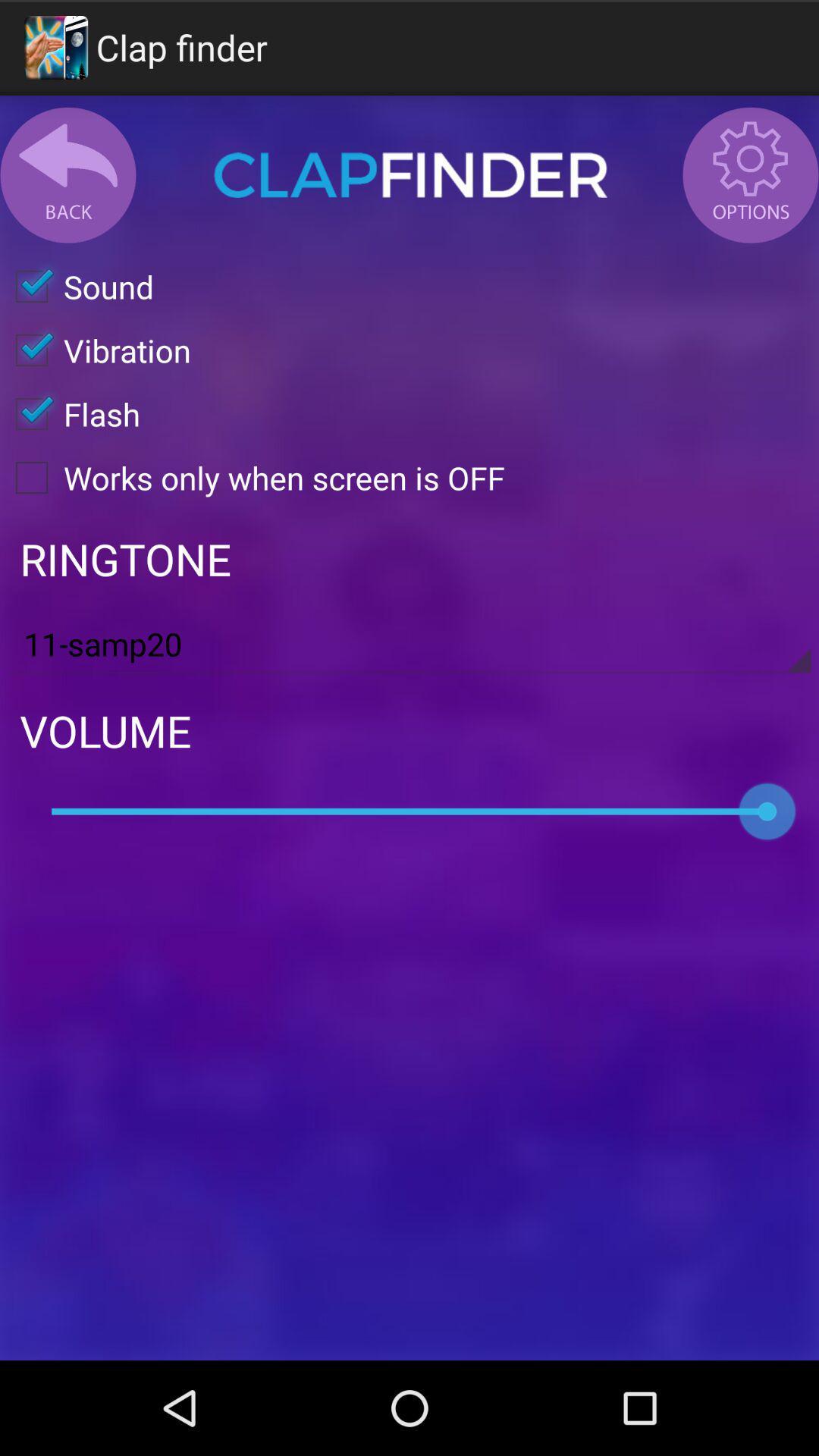 This screenshot has width=819, height=1456. Describe the element at coordinates (70, 414) in the screenshot. I see `checkbox below the vibration checkbox` at that location.